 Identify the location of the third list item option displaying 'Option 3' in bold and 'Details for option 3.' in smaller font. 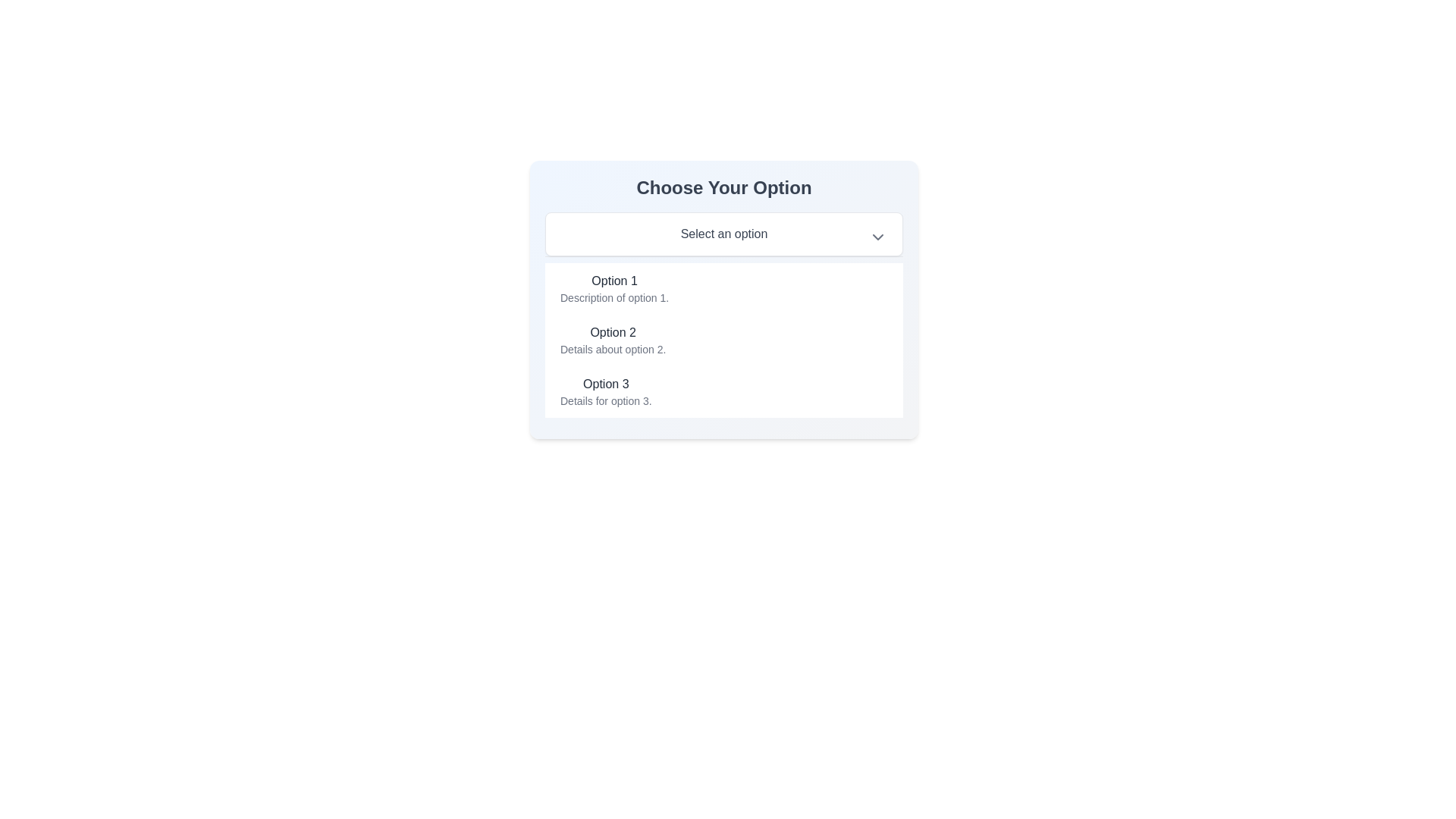
(723, 391).